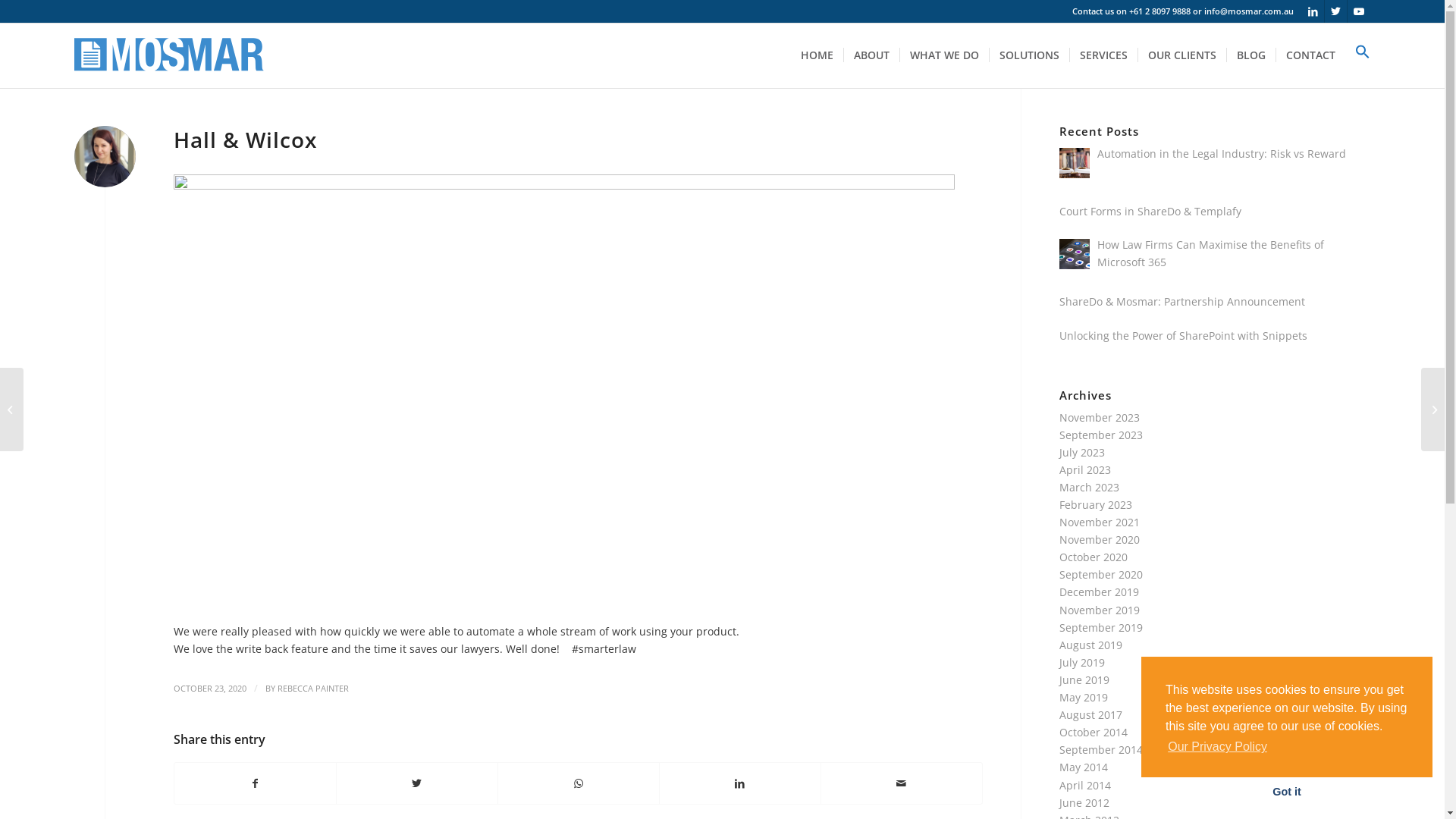 The image size is (1456, 819). Describe the element at coordinates (1081, 661) in the screenshot. I see `'July 2019'` at that location.